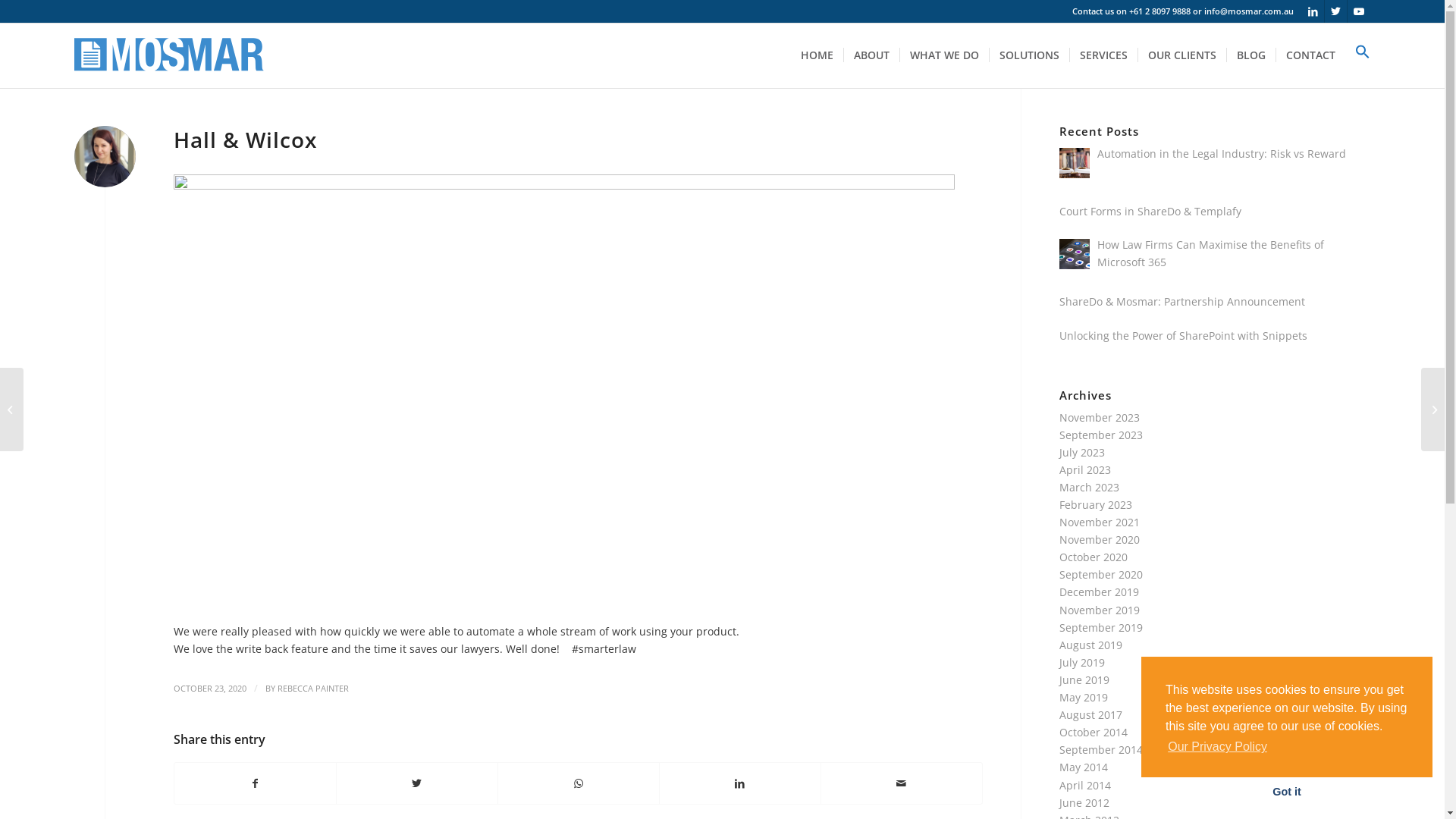 The image size is (1456, 819). Describe the element at coordinates (1081, 661) in the screenshot. I see `'July 2019'` at that location.